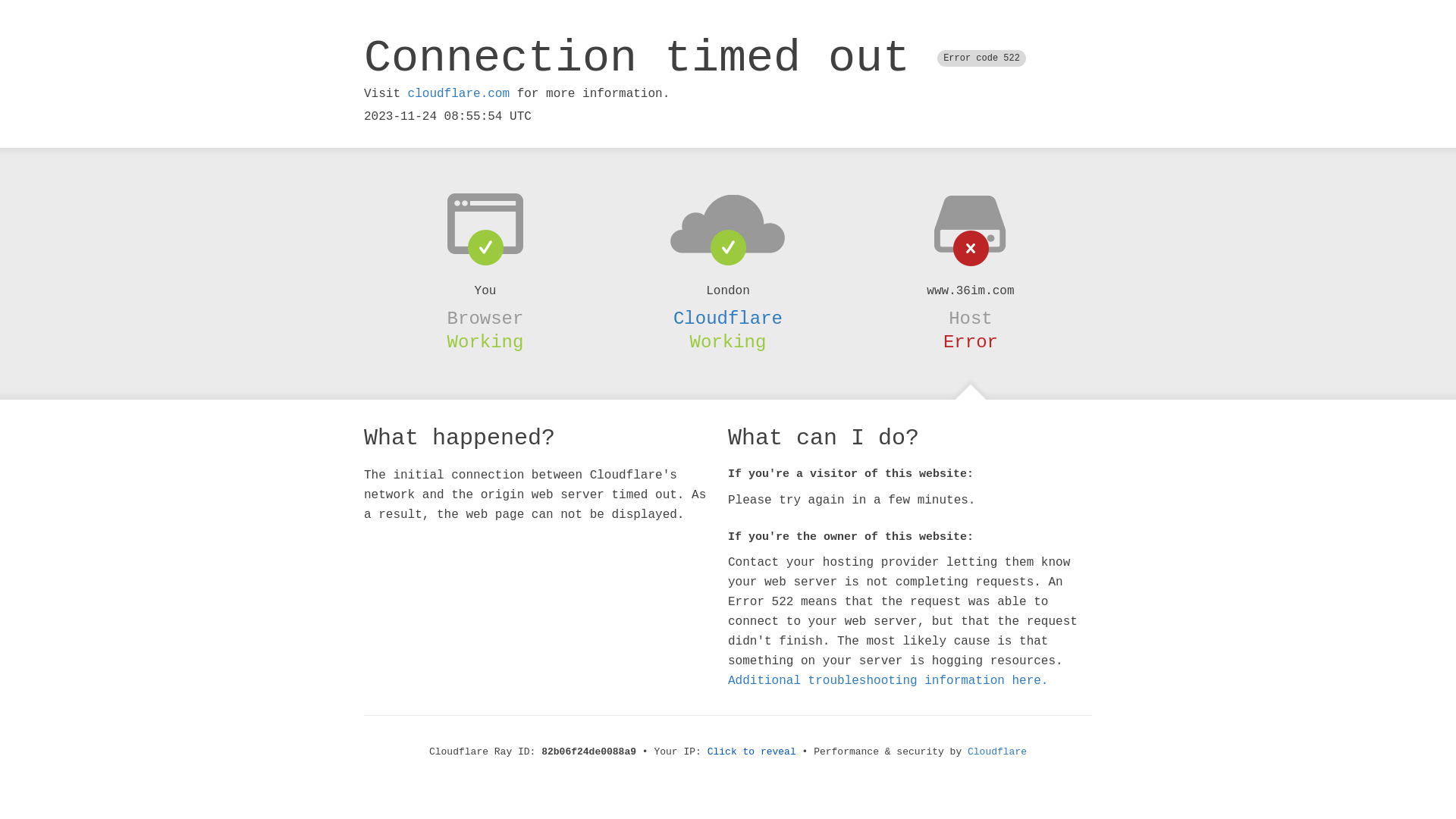  Describe the element at coordinates (888, 680) in the screenshot. I see `'Additional troubleshooting information here.'` at that location.